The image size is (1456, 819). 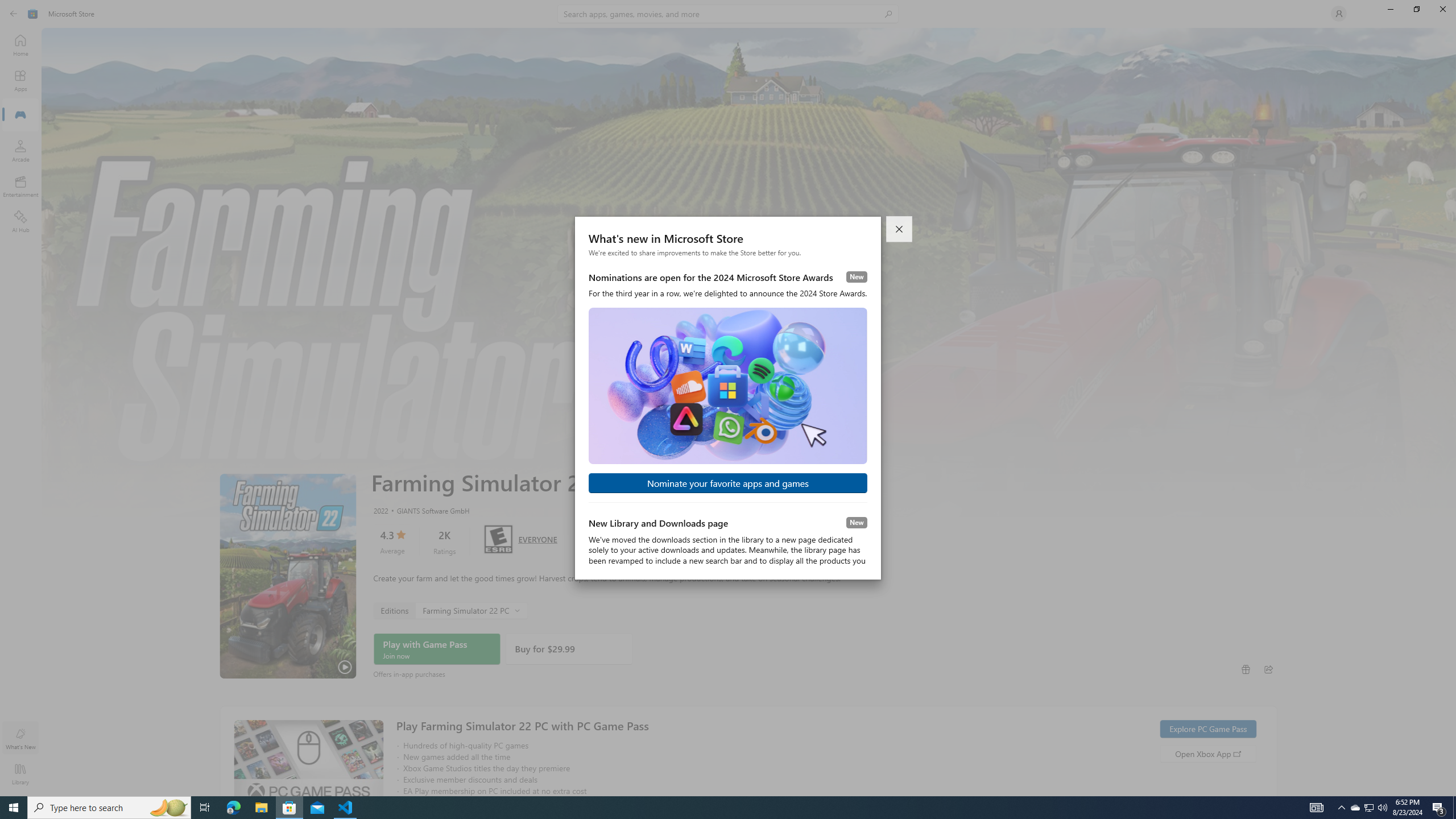 I want to click on 'Open Xbox App', so click(x=1207, y=753).